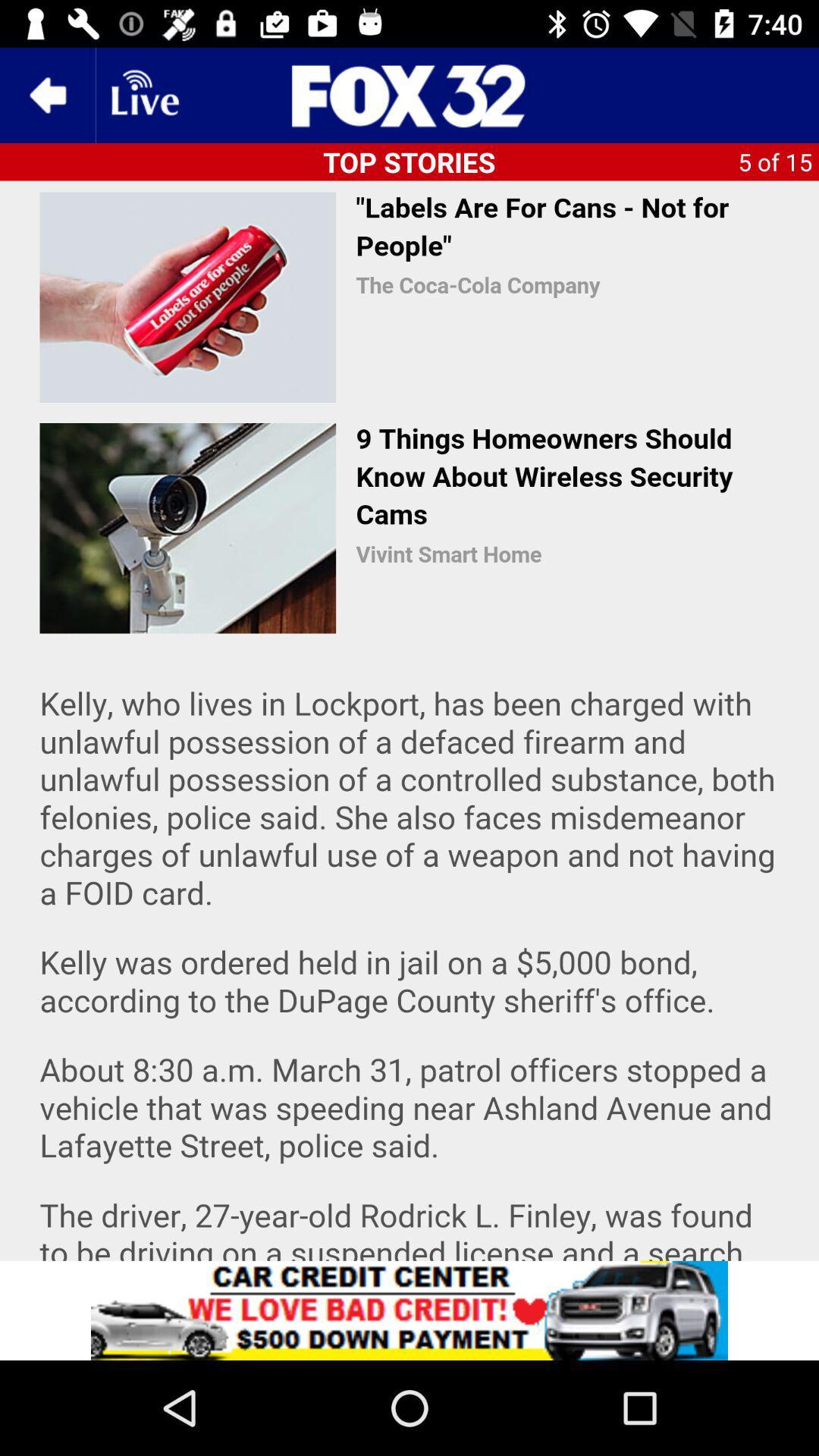 The image size is (819, 1456). Describe the element at coordinates (409, 720) in the screenshot. I see `screenshot` at that location.